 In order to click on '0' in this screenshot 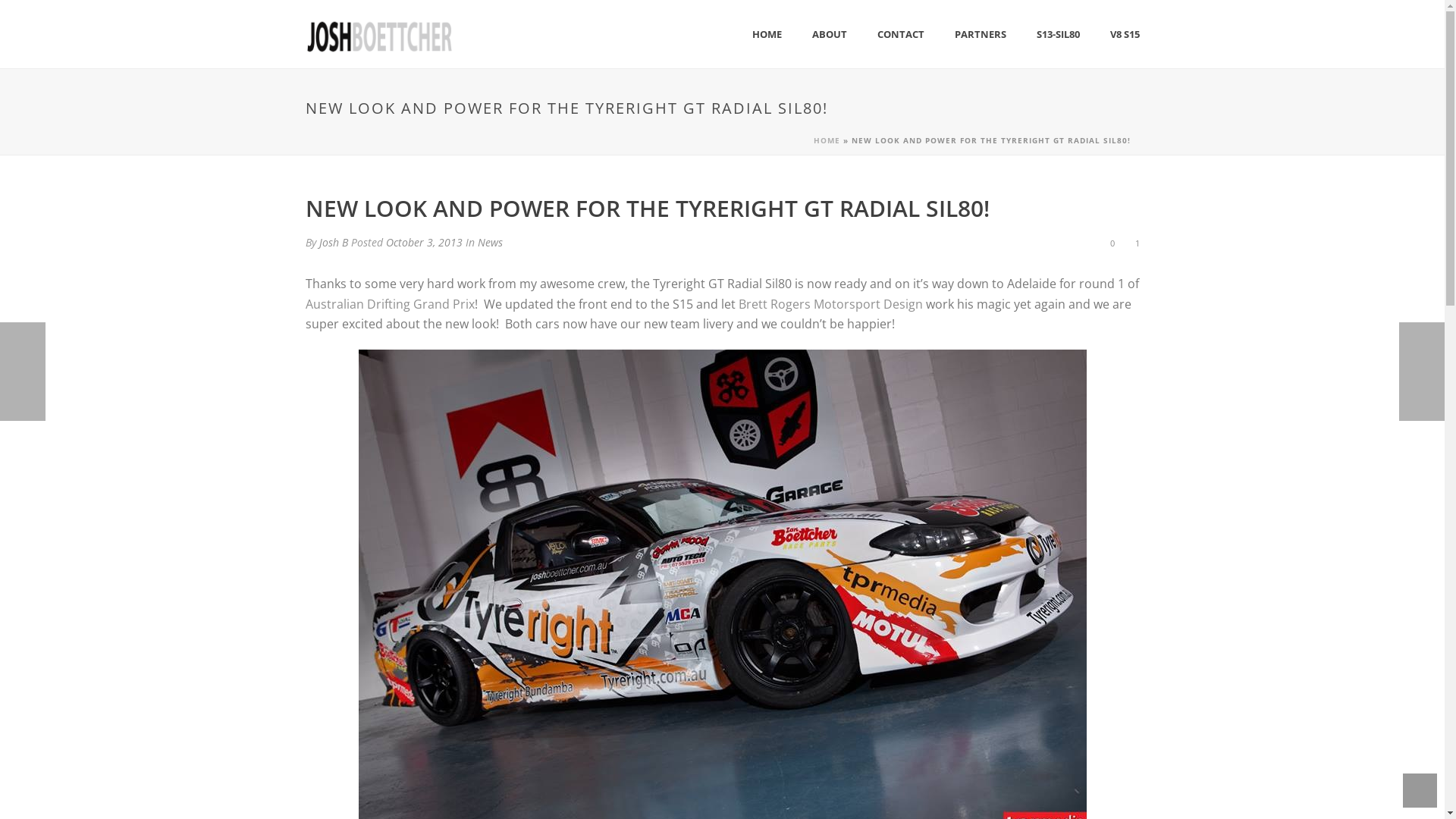, I will do `click(1110, 242)`.